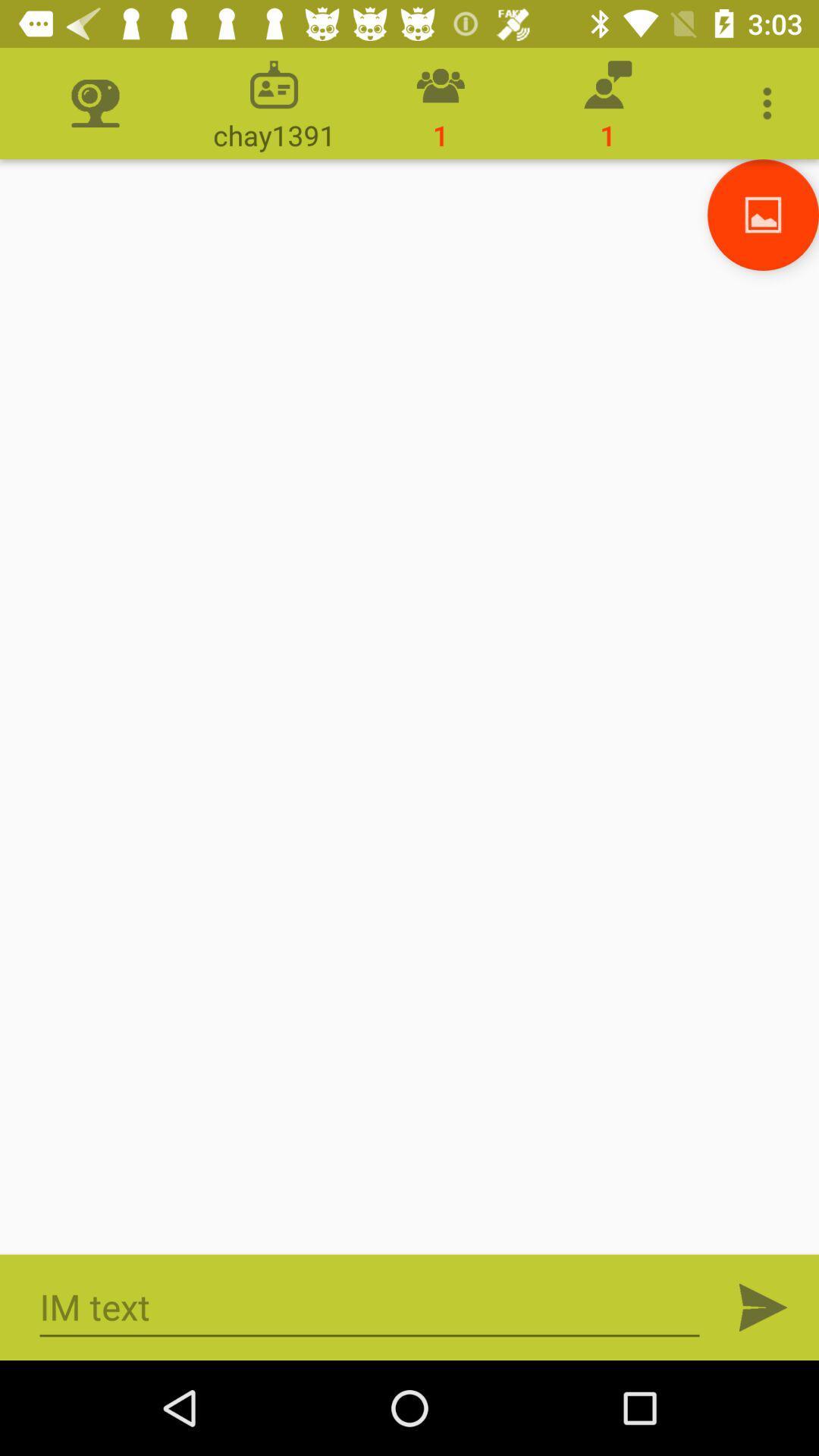  I want to click on the send icon, so click(763, 1307).